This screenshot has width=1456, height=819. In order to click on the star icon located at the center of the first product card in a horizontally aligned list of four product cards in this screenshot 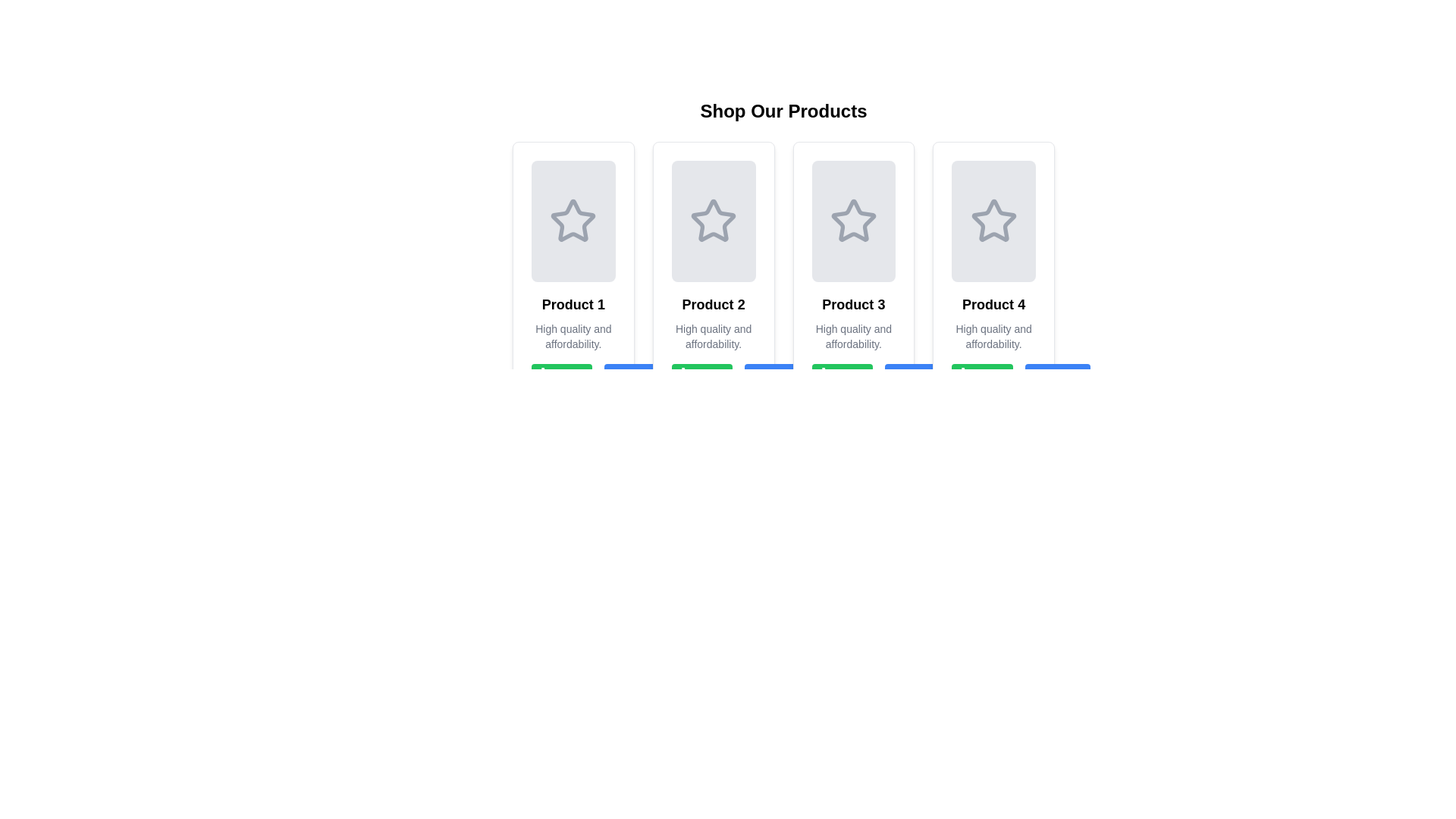, I will do `click(573, 221)`.